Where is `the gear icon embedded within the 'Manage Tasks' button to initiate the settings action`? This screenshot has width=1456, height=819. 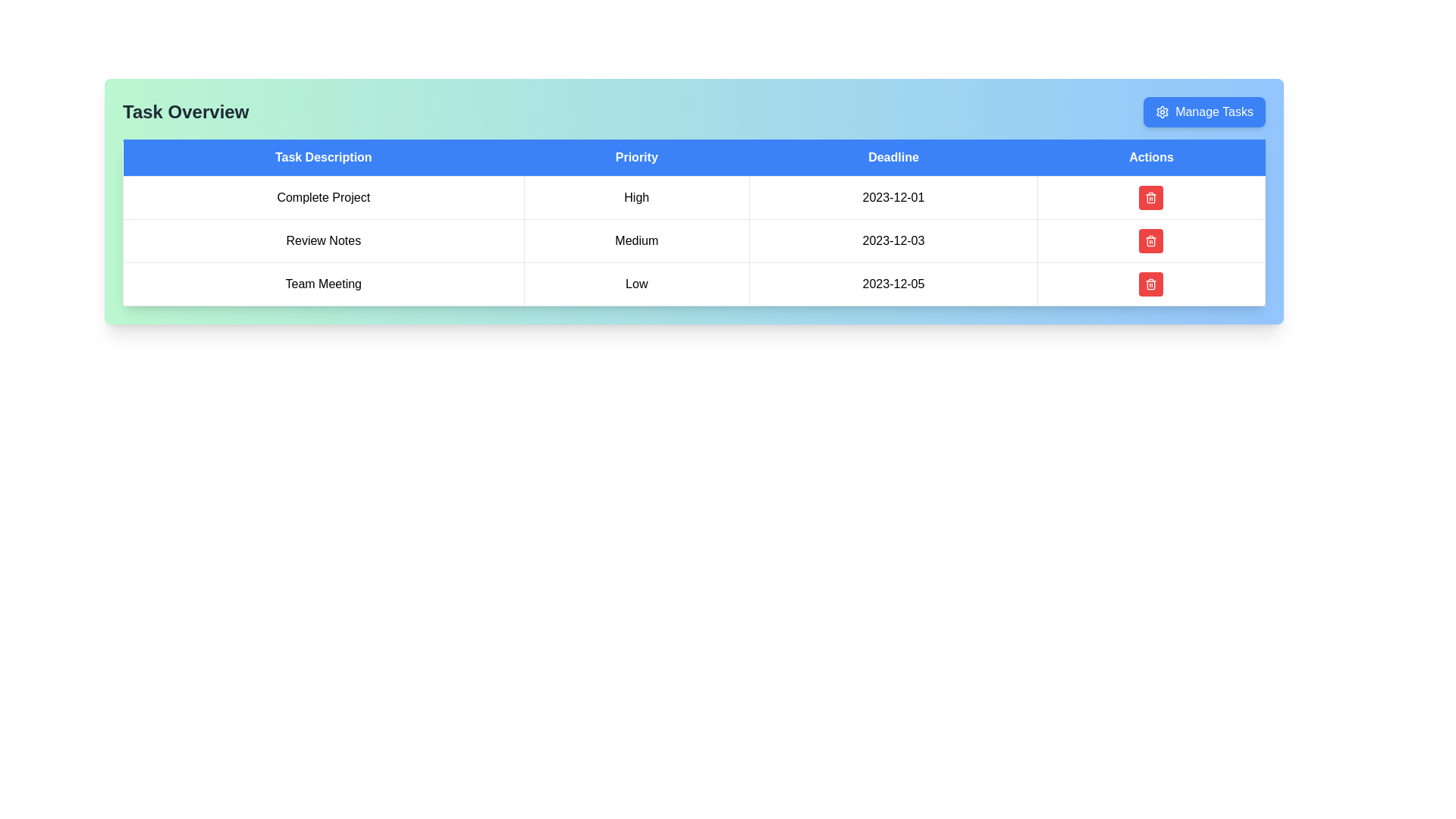 the gear icon embedded within the 'Manage Tasks' button to initiate the settings action is located at coordinates (1162, 111).